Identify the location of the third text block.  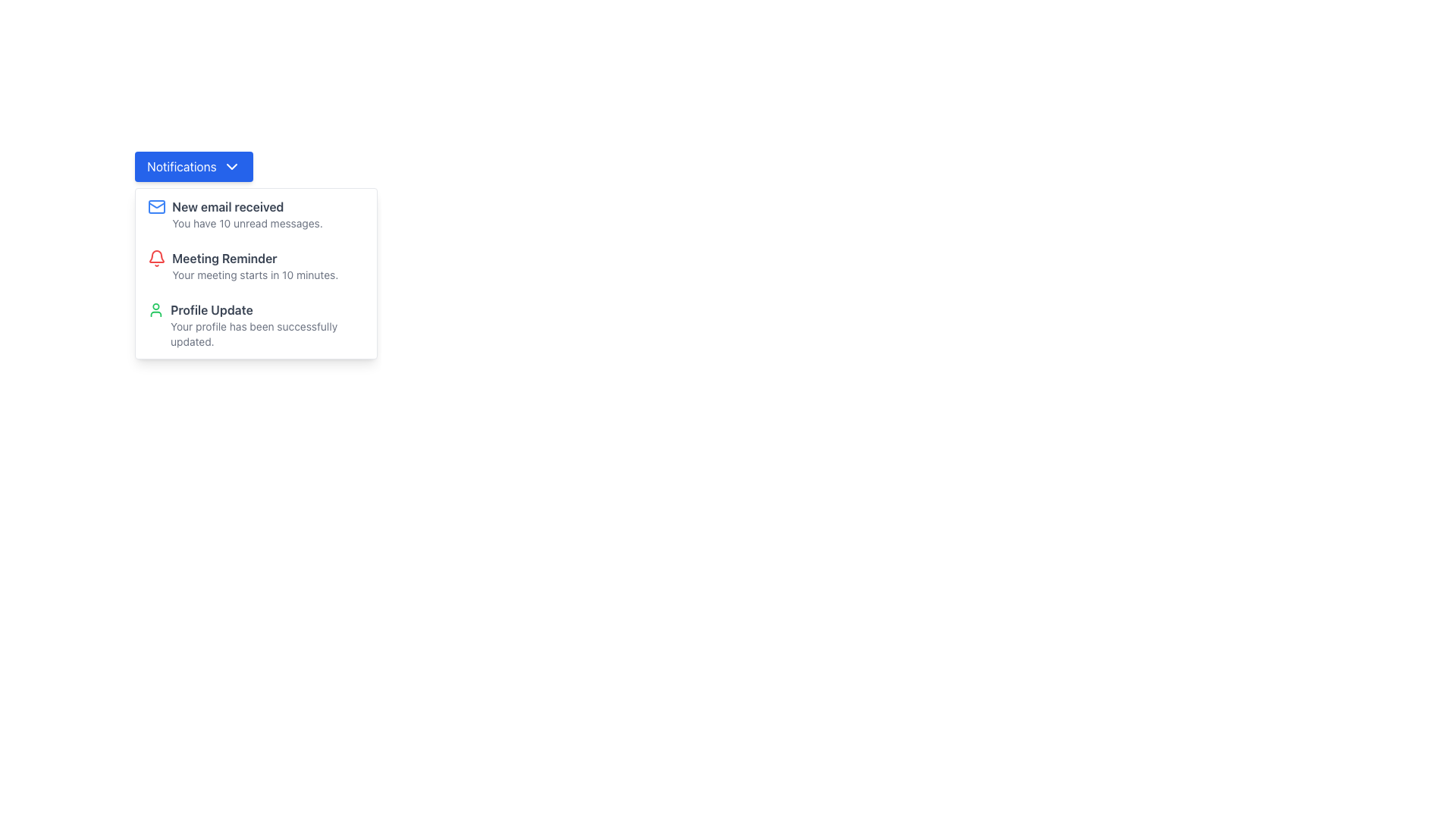
(268, 324).